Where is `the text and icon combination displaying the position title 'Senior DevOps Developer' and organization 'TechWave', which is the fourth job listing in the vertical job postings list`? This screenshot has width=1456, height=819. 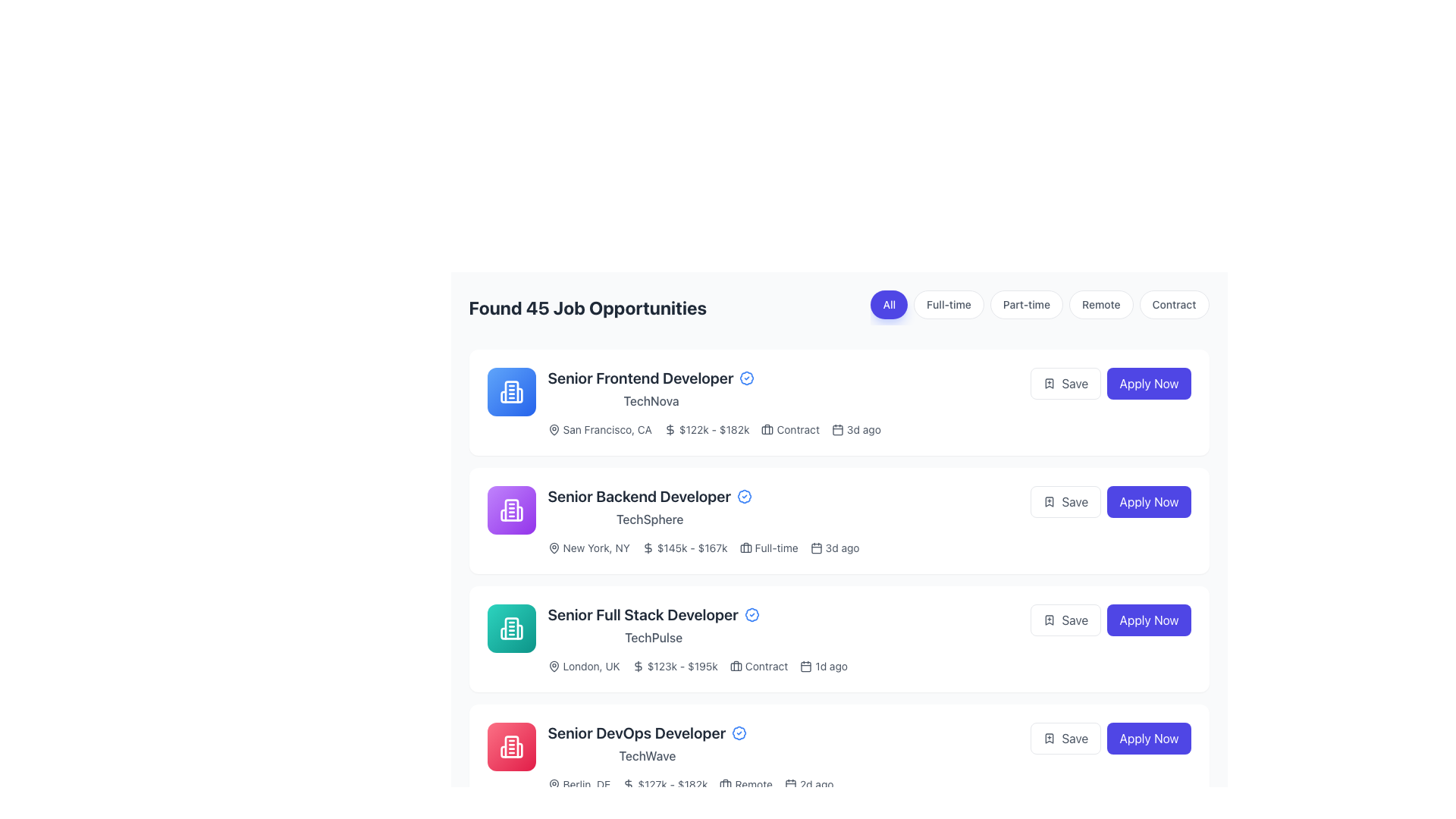
the text and icon combination displaying the position title 'Senior DevOps Developer' and organization 'TechWave', which is the fourth job listing in the vertical job postings list is located at coordinates (647, 742).